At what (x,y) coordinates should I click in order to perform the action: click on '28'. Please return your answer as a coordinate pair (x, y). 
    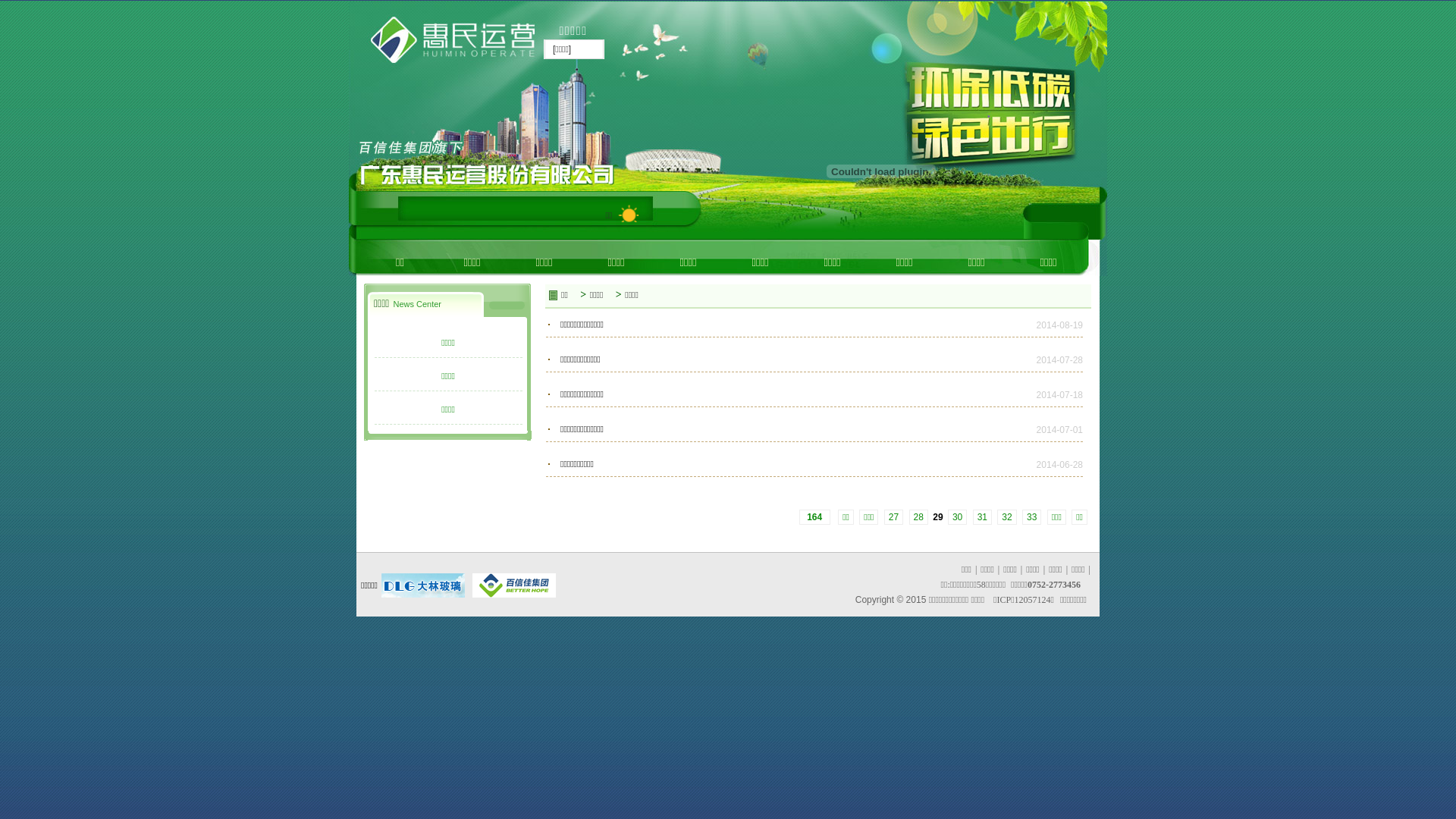
    Looking at the image, I should click on (918, 516).